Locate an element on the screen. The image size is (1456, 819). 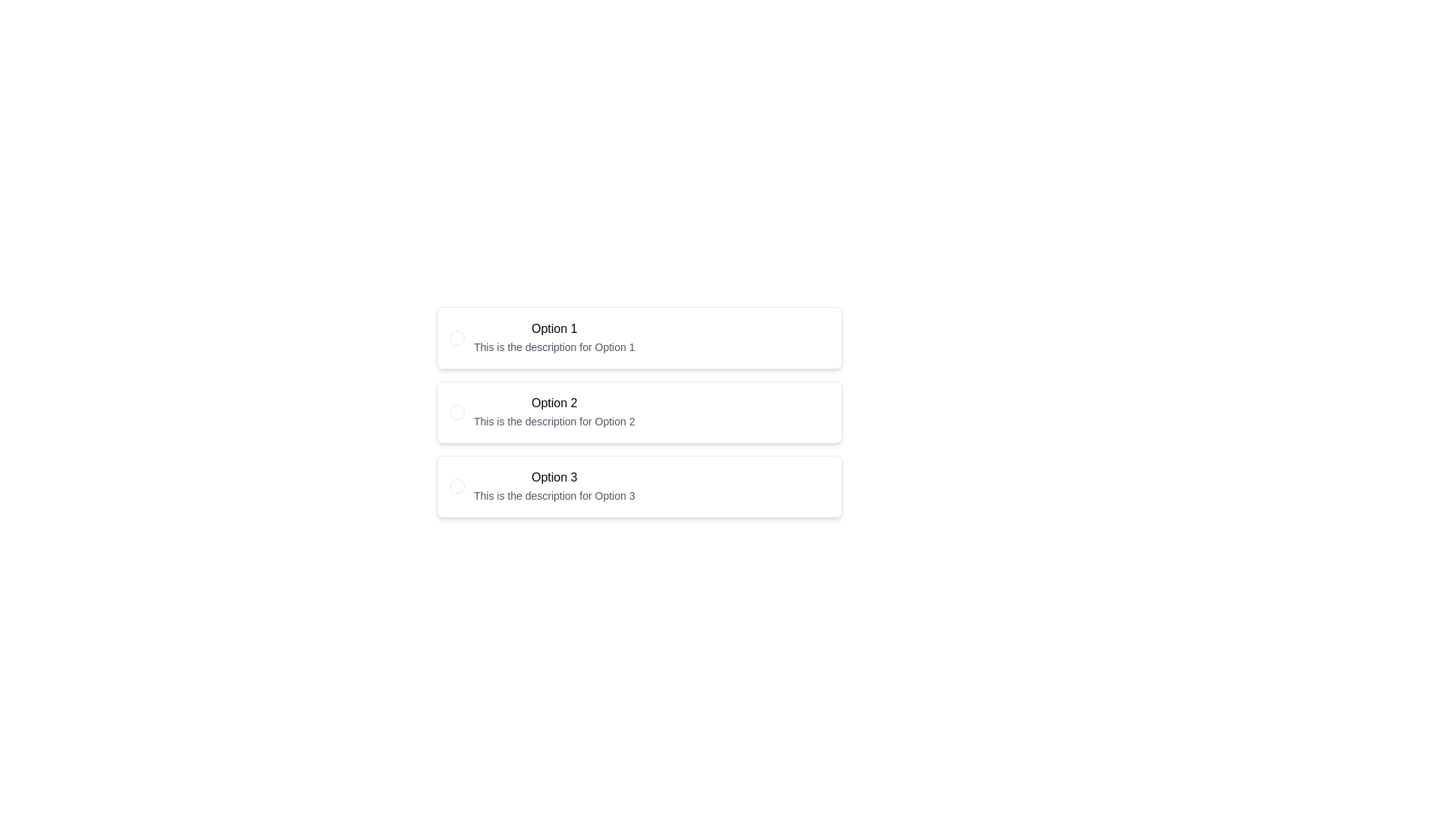
the 'Option 1' radio button is located at coordinates (542, 337).